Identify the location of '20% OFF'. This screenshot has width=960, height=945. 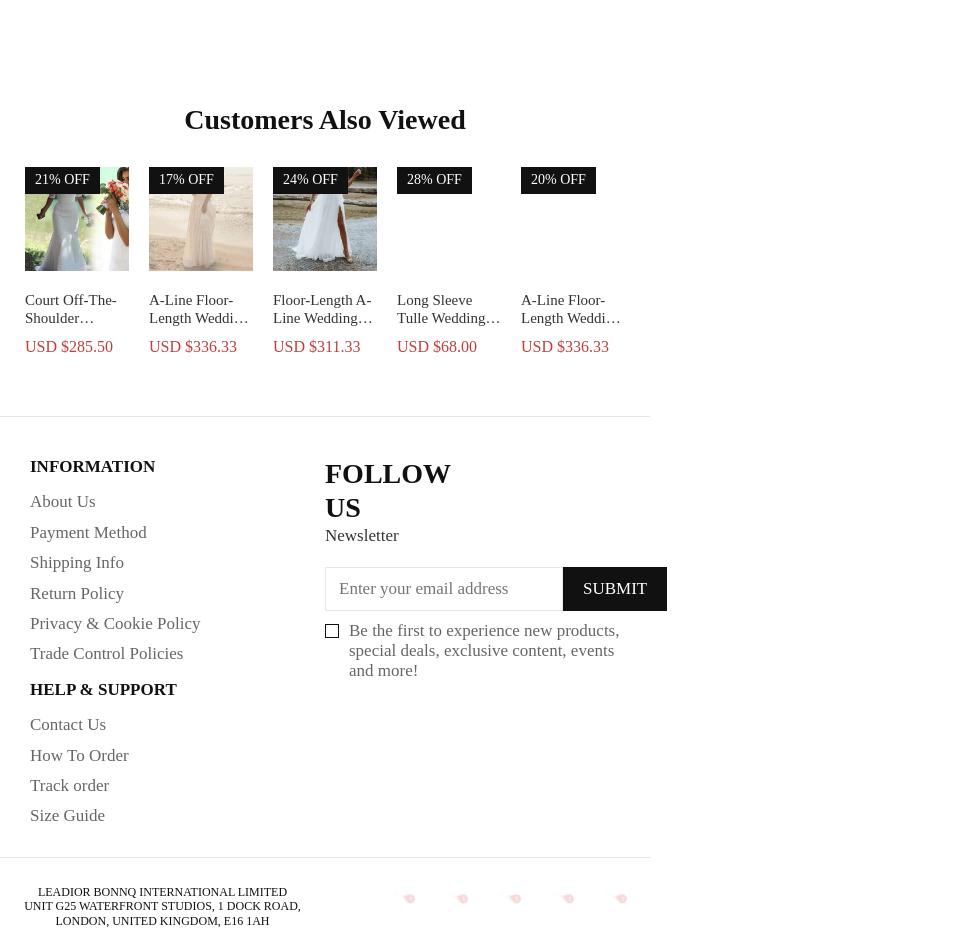
(529, 178).